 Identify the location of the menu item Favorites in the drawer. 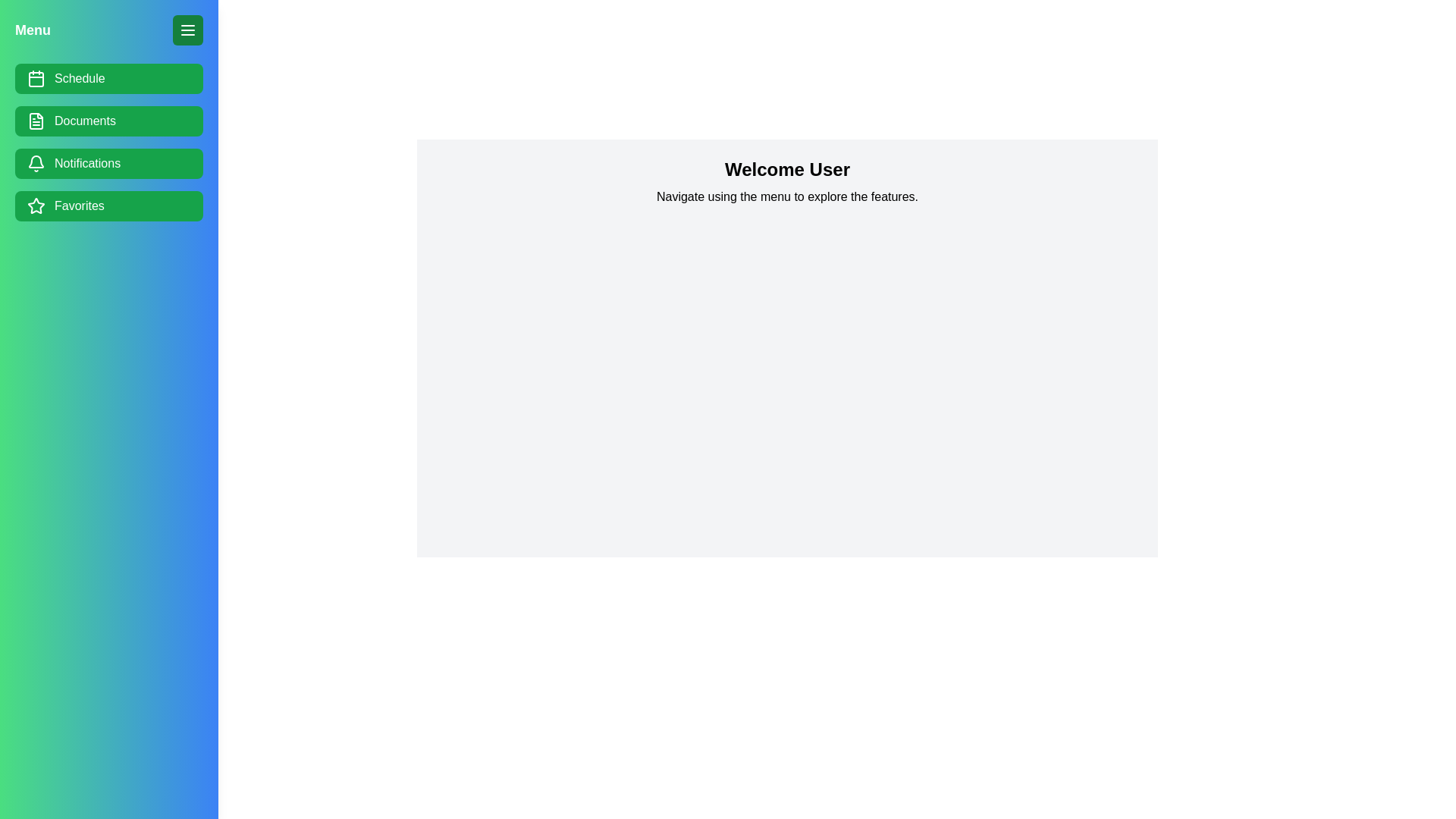
(108, 206).